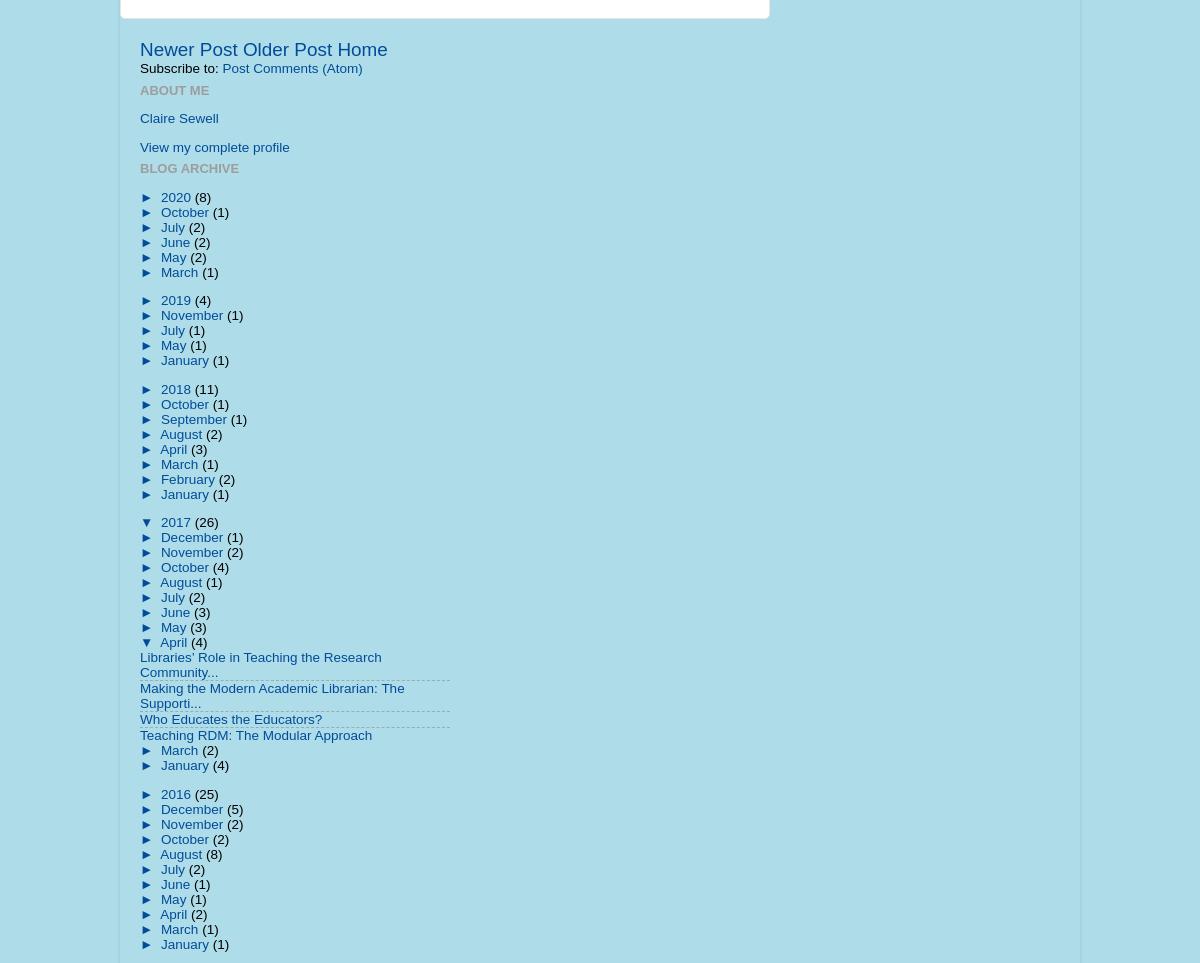 This screenshot has height=963, width=1200. I want to click on '2018', so click(176, 387).